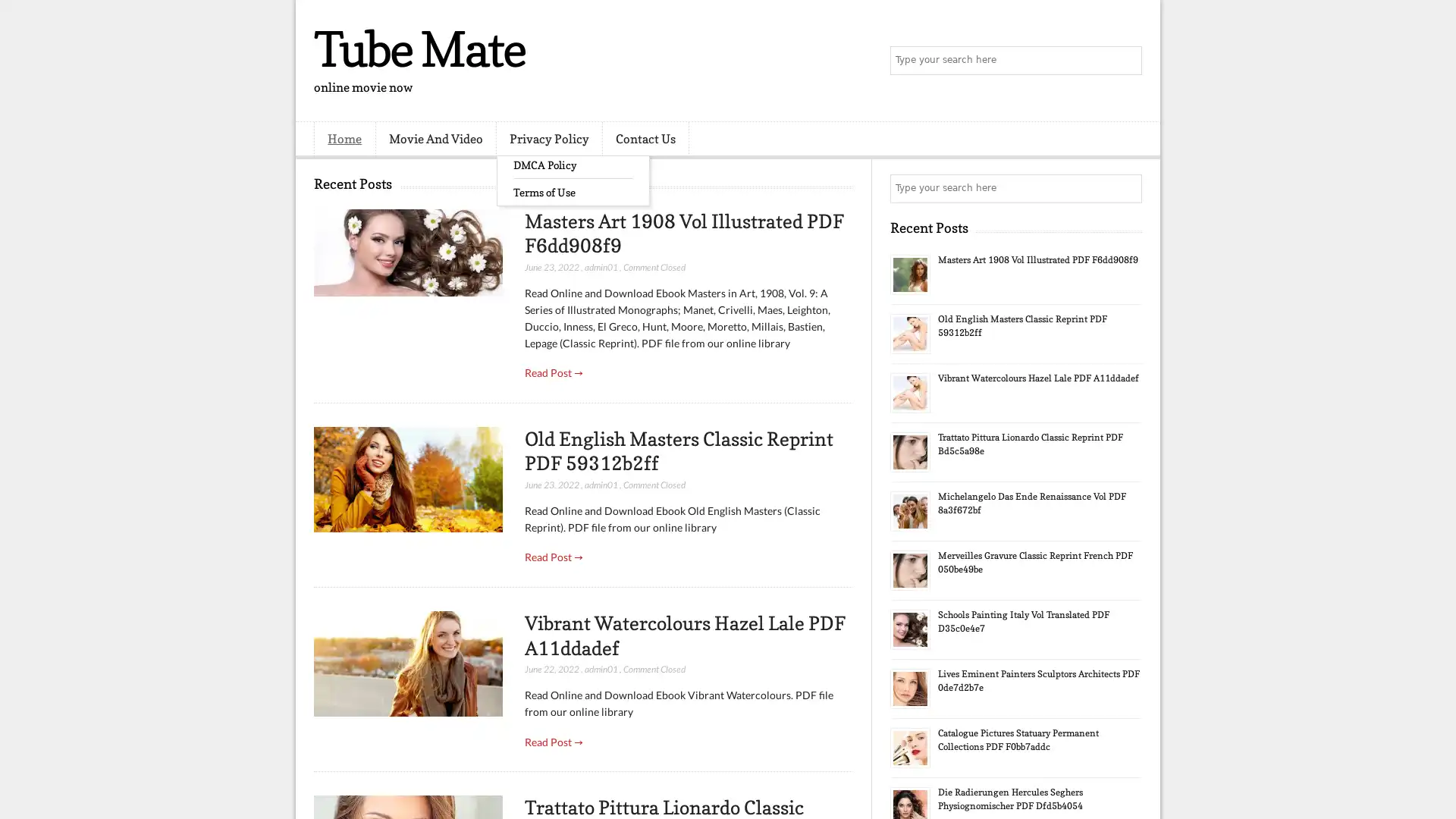 The width and height of the screenshot is (1456, 819). I want to click on Search, so click(1126, 61).